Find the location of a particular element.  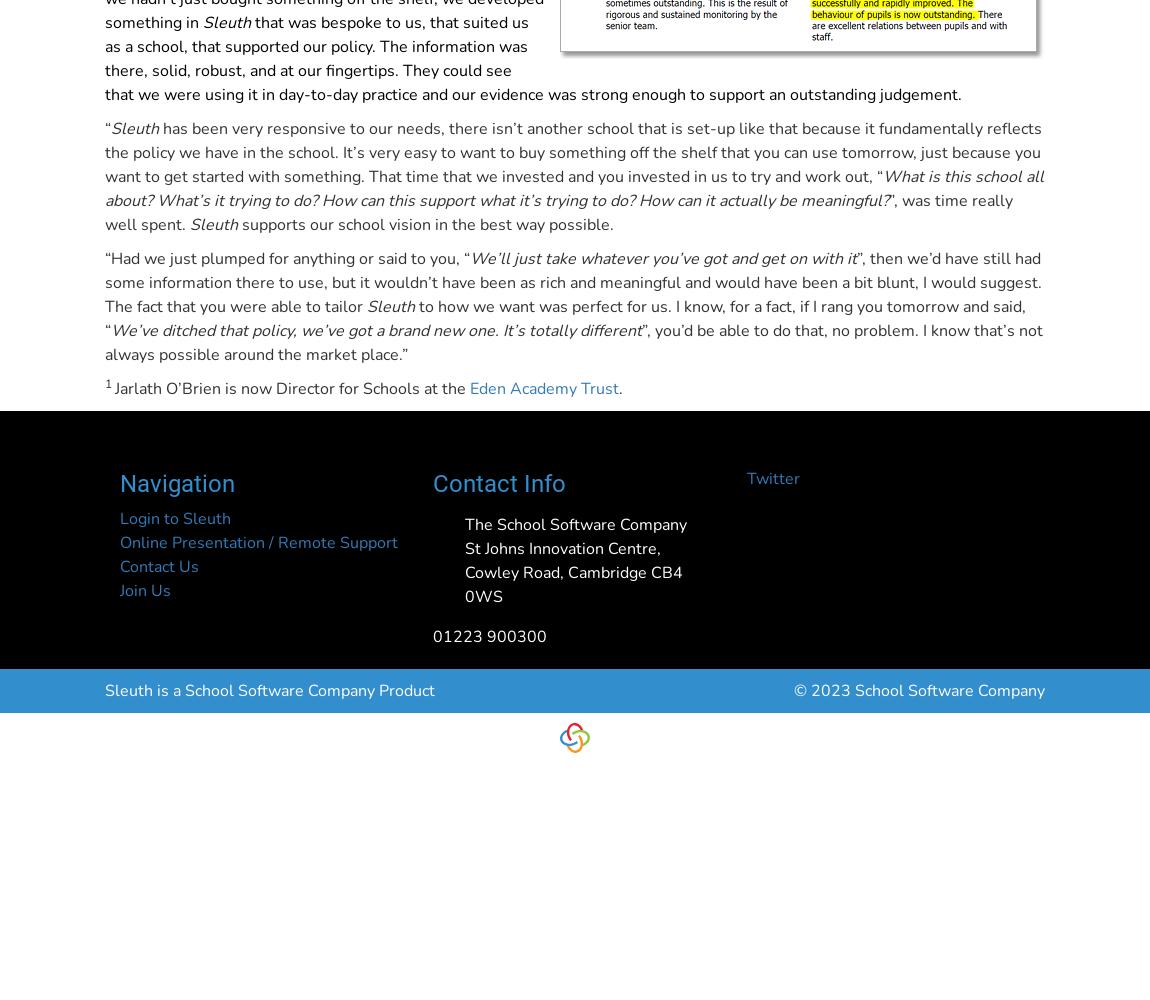

'Contact Info' is located at coordinates (499, 483).